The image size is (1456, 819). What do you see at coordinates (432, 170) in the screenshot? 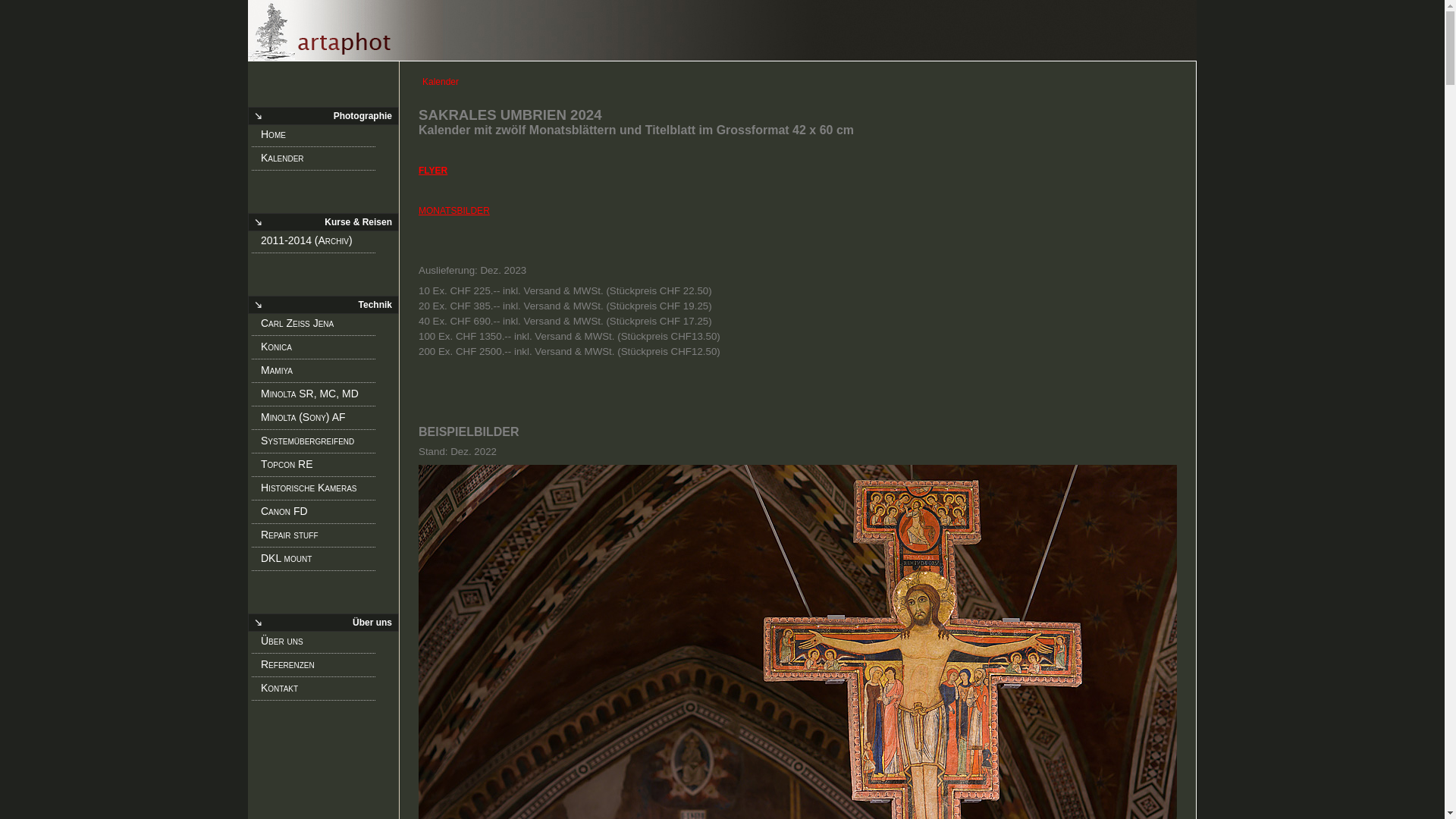
I see `'FLYER'` at bounding box center [432, 170].